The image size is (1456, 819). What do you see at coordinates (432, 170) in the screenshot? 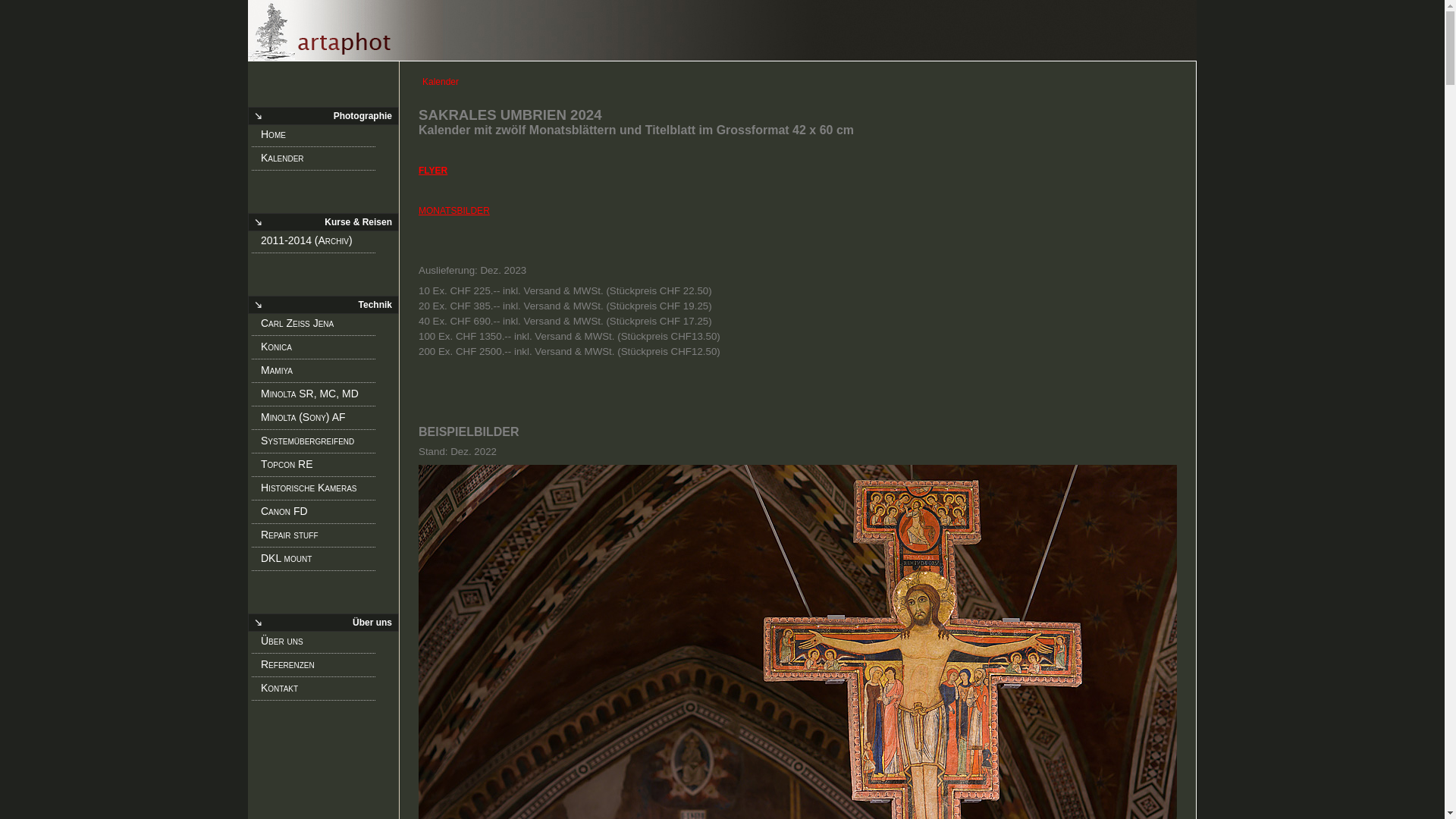
I see `'FLYER'` at bounding box center [432, 170].